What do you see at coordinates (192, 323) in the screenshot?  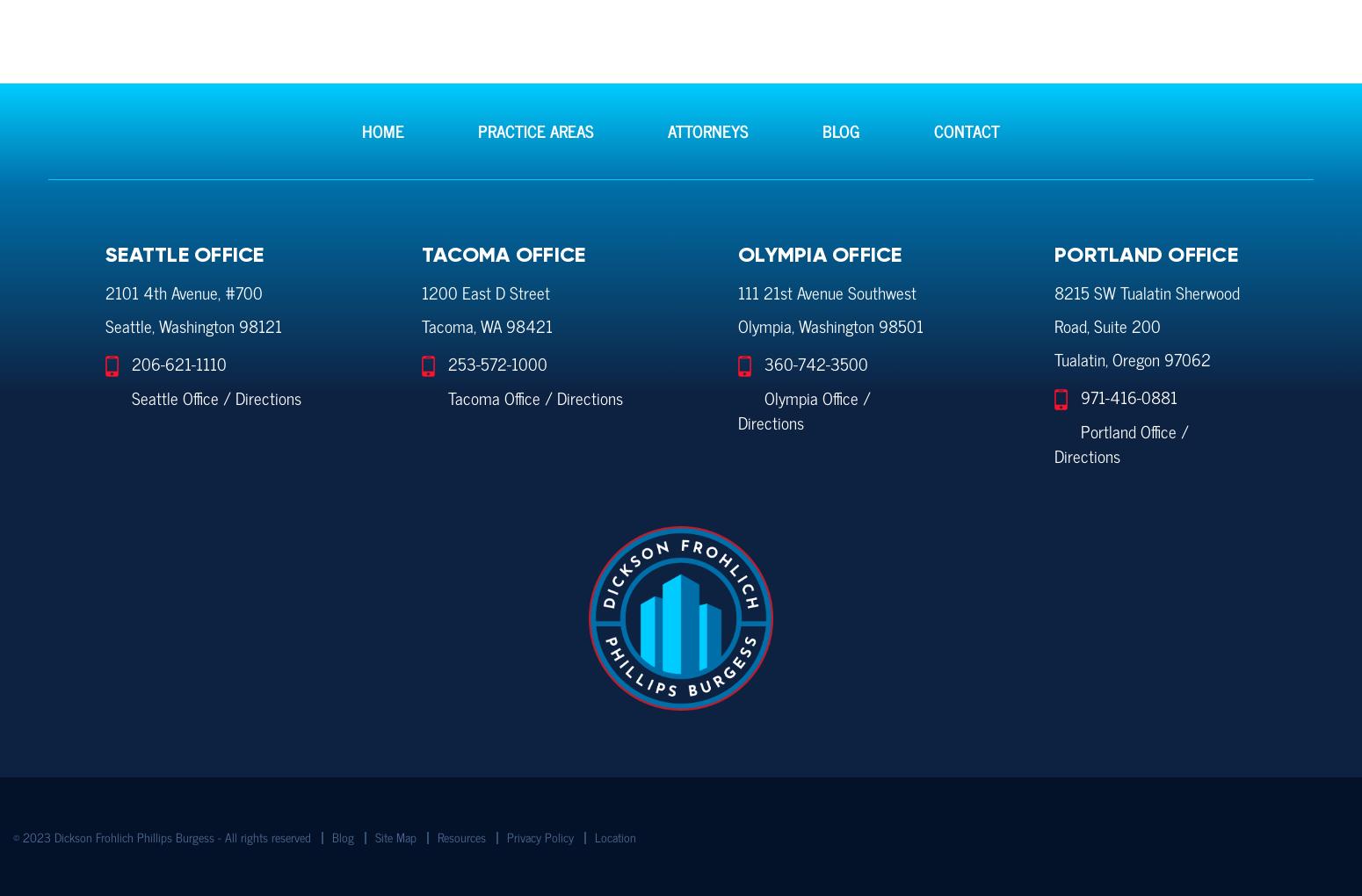 I see `'Seattle, Washington 98121'` at bounding box center [192, 323].